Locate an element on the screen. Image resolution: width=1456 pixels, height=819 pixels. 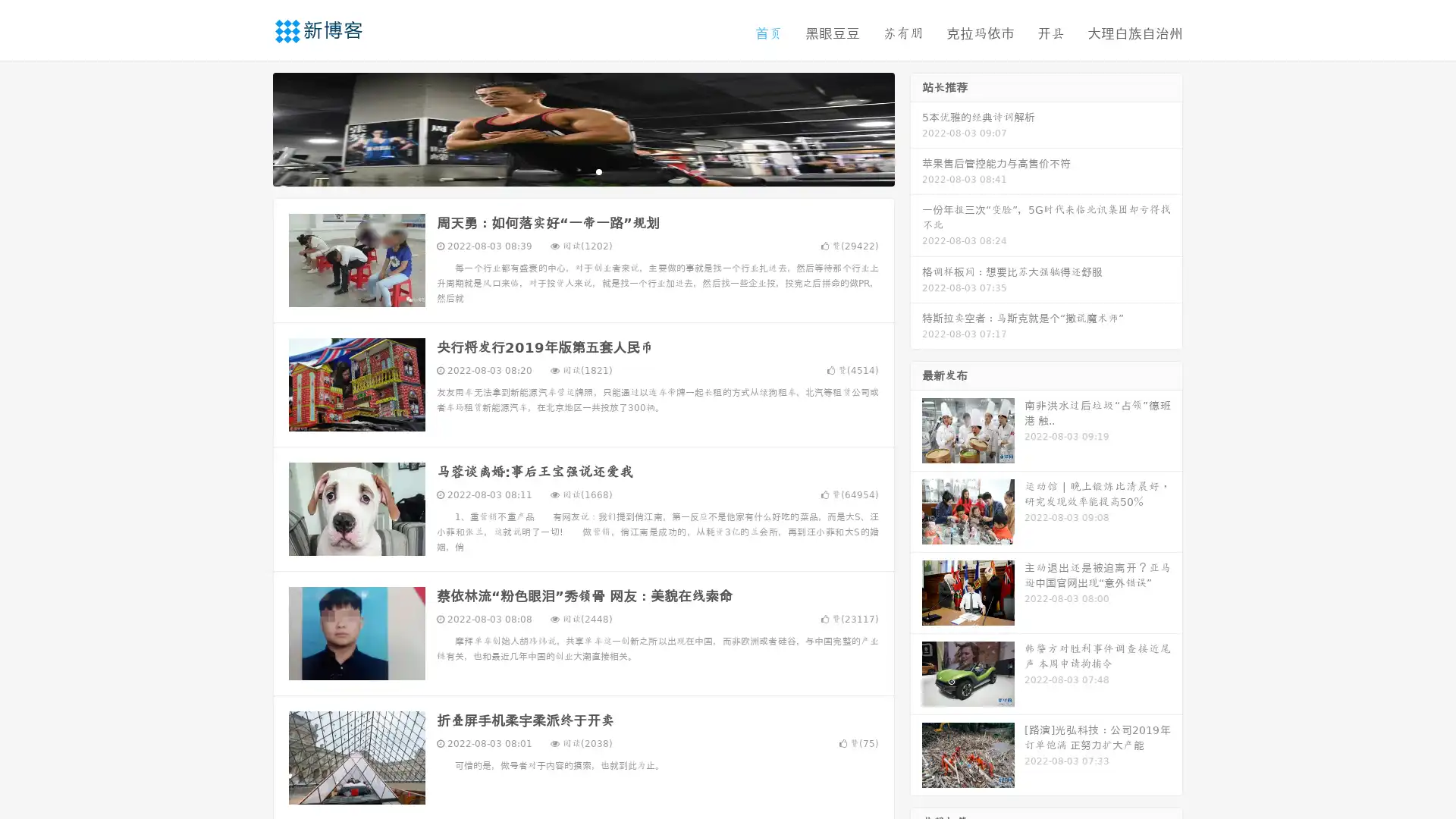
Go to slide 3 is located at coordinates (598, 171).